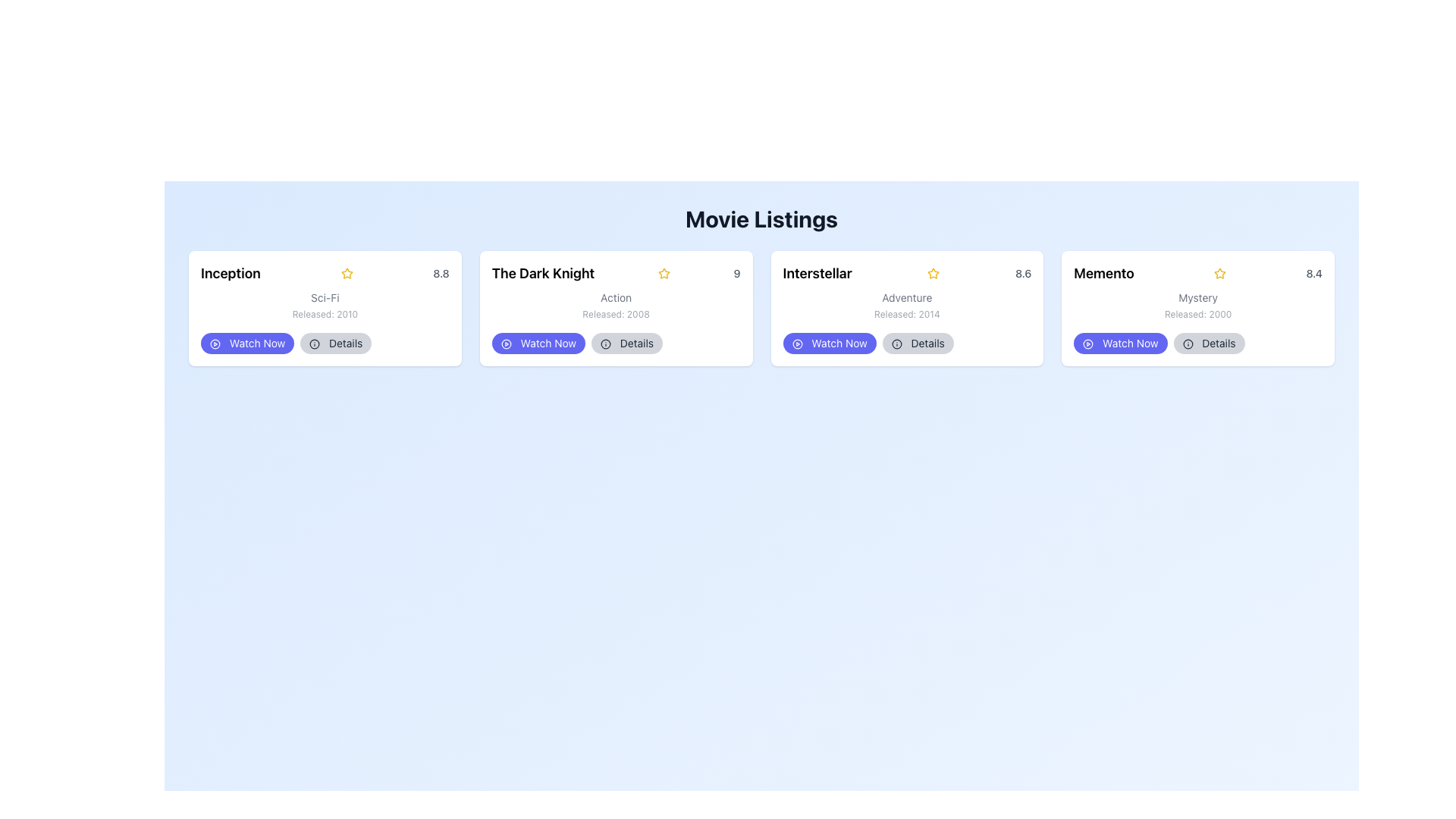 The image size is (1456, 819). Describe the element at coordinates (907, 298) in the screenshot. I see `the text label displaying the word 'Adventure' in gray color, positioned below the title 'Interstellar' in the movie card` at that location.